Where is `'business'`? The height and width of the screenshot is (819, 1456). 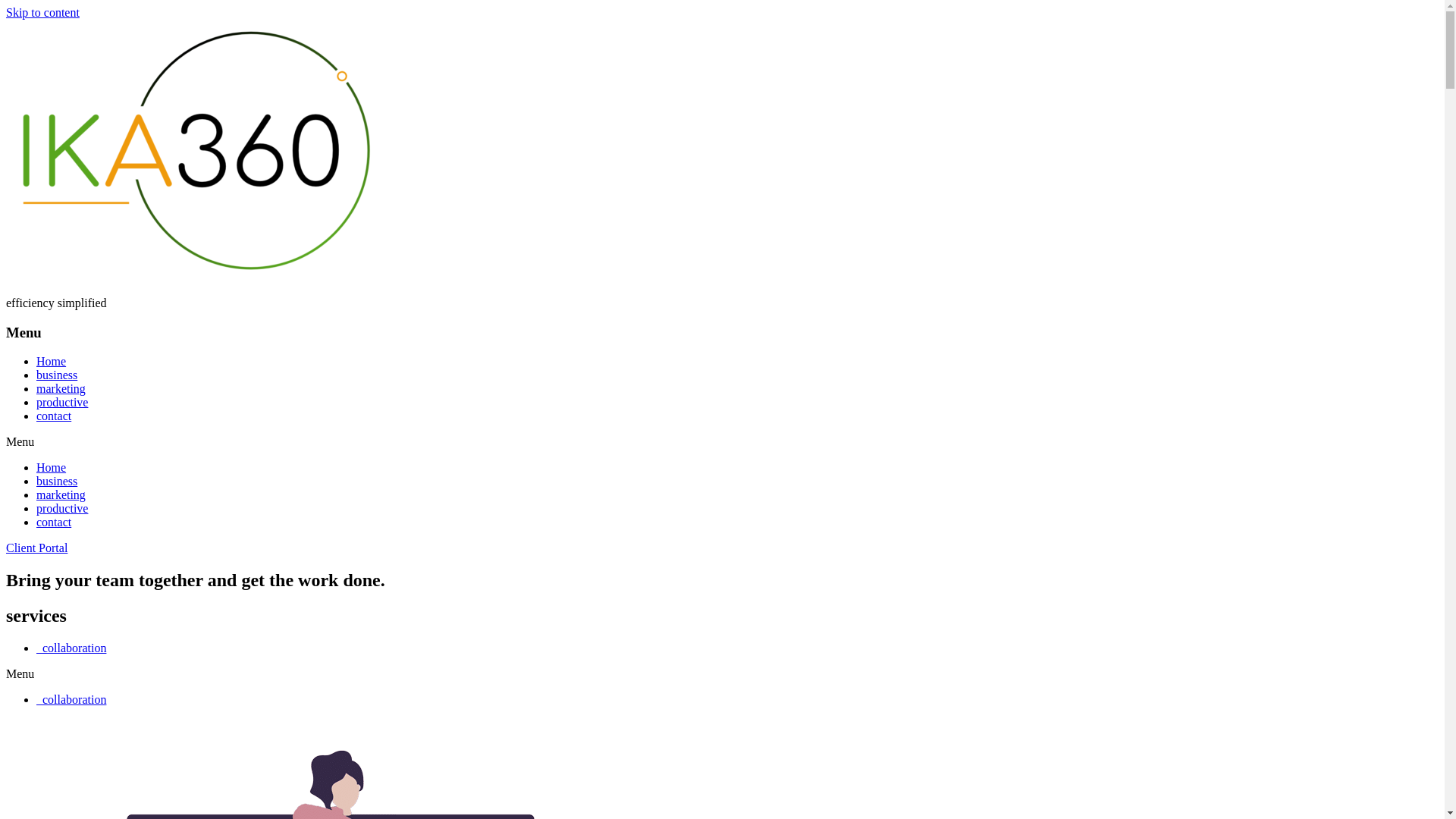 'business' is located at coordinates (57, 375).